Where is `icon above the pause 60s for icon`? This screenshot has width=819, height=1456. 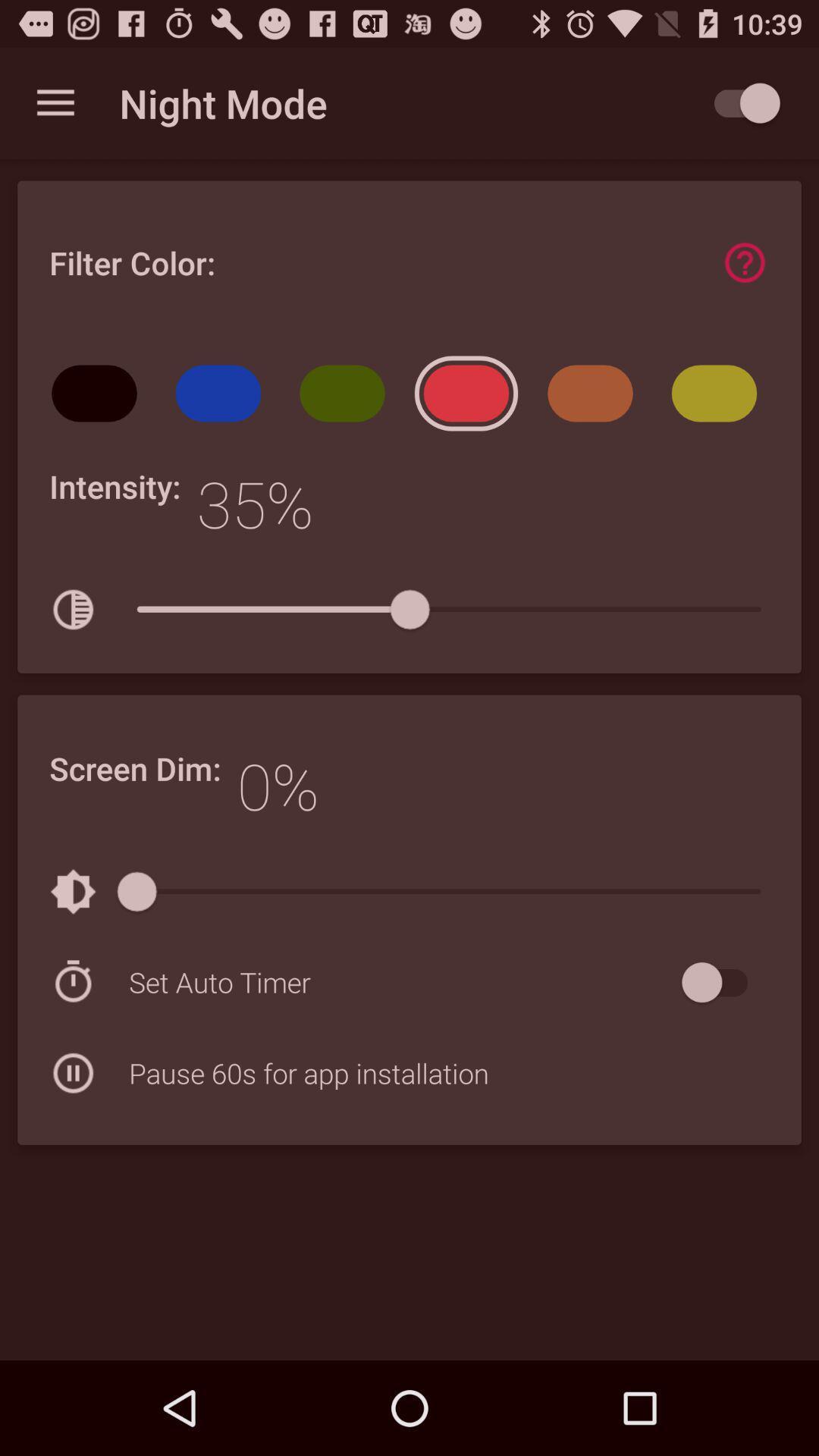
icon above the pause 60s for icon is located at coordinates (401, 982).